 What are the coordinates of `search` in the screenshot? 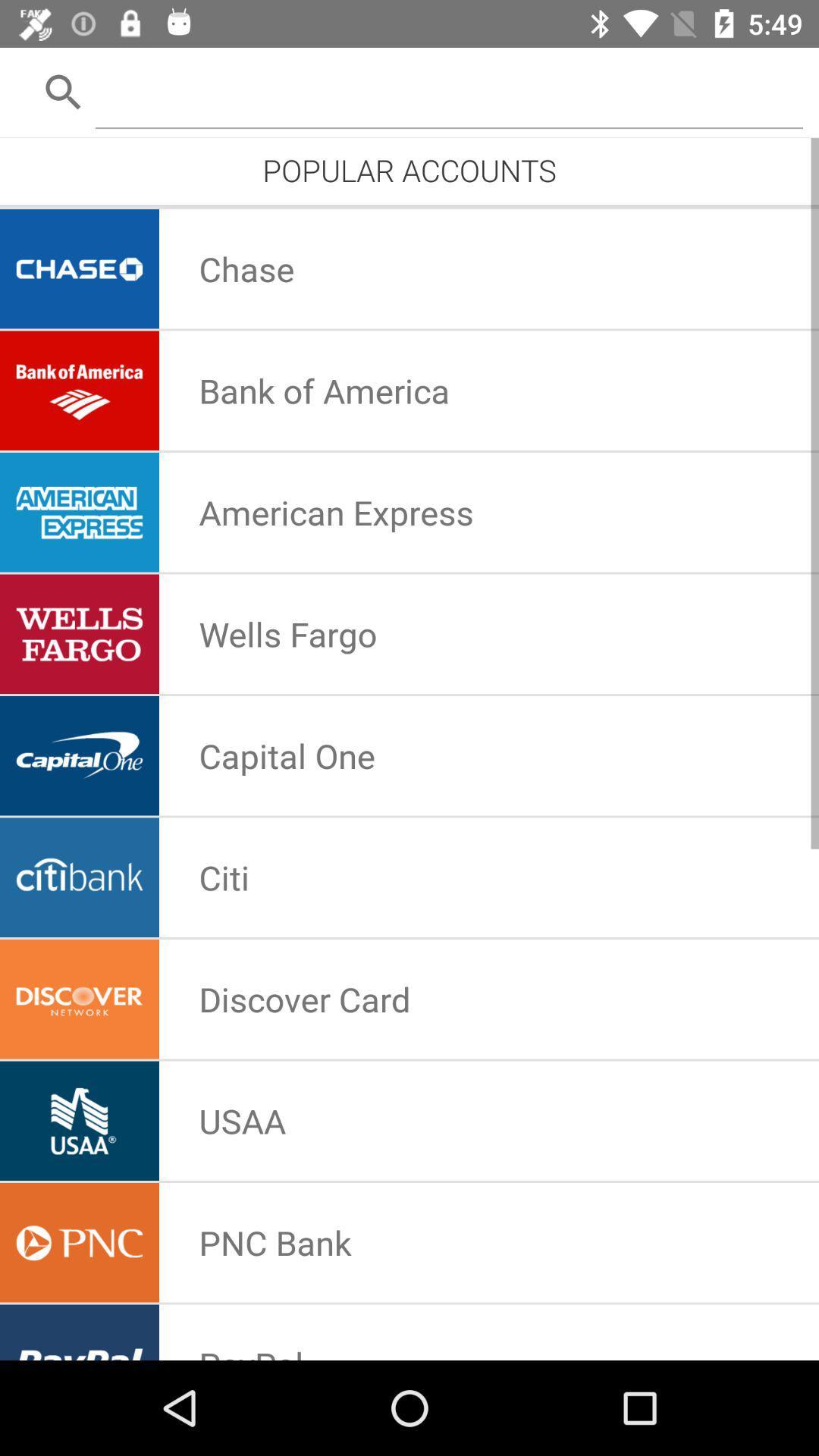 It's located at (448, 90).